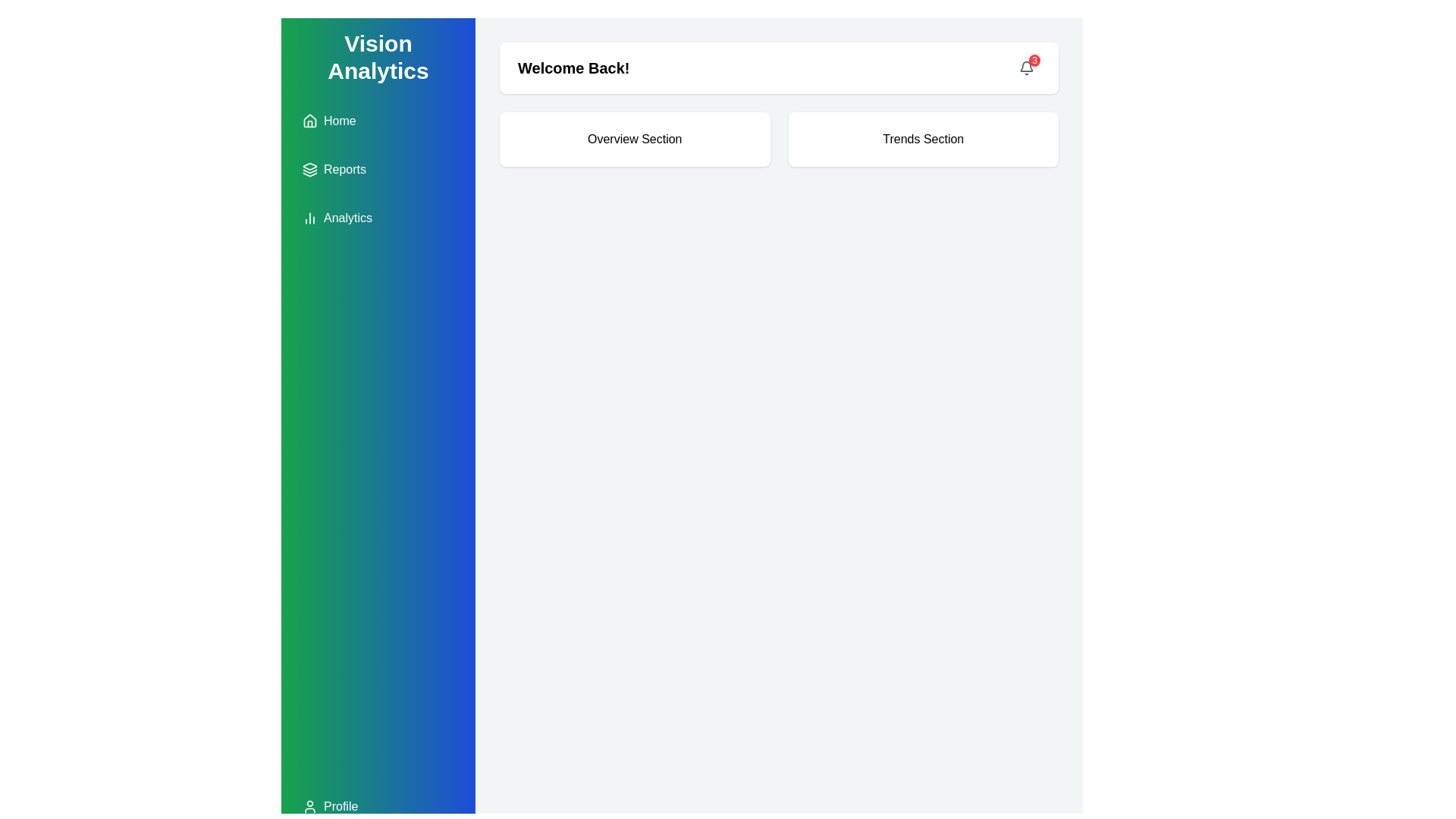 The width and height of the screenshot is (1456, 819). Describe the element at coordinates (309, 806) in the screenshot. I see `the user profile icon located at the bottom of the left sidebar, next to the 'Profile' text, which allows access to personal settings or account information` at that location.